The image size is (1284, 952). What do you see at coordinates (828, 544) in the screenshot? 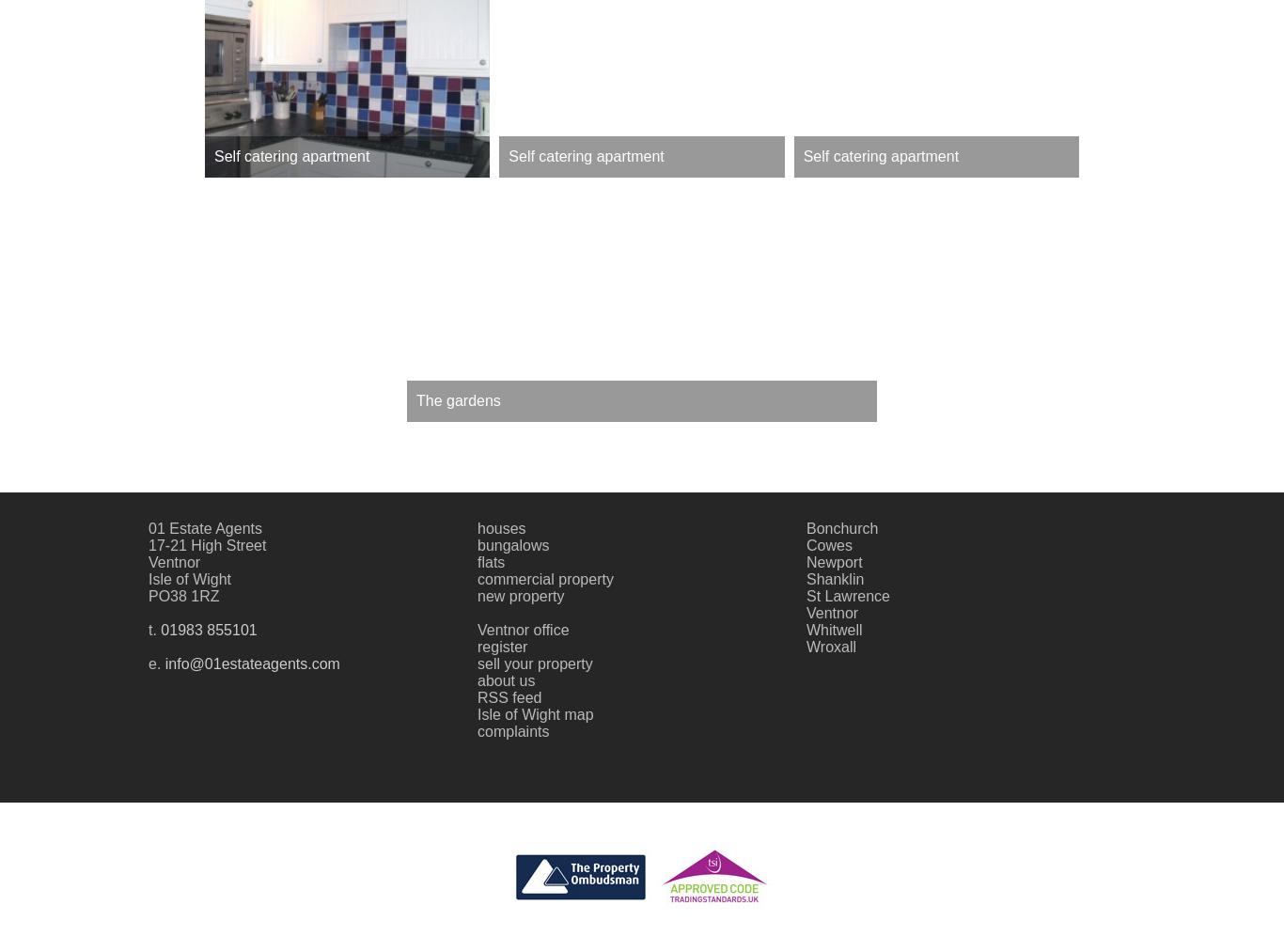
I see `'Cowes'` at bounding box center [828, 544].